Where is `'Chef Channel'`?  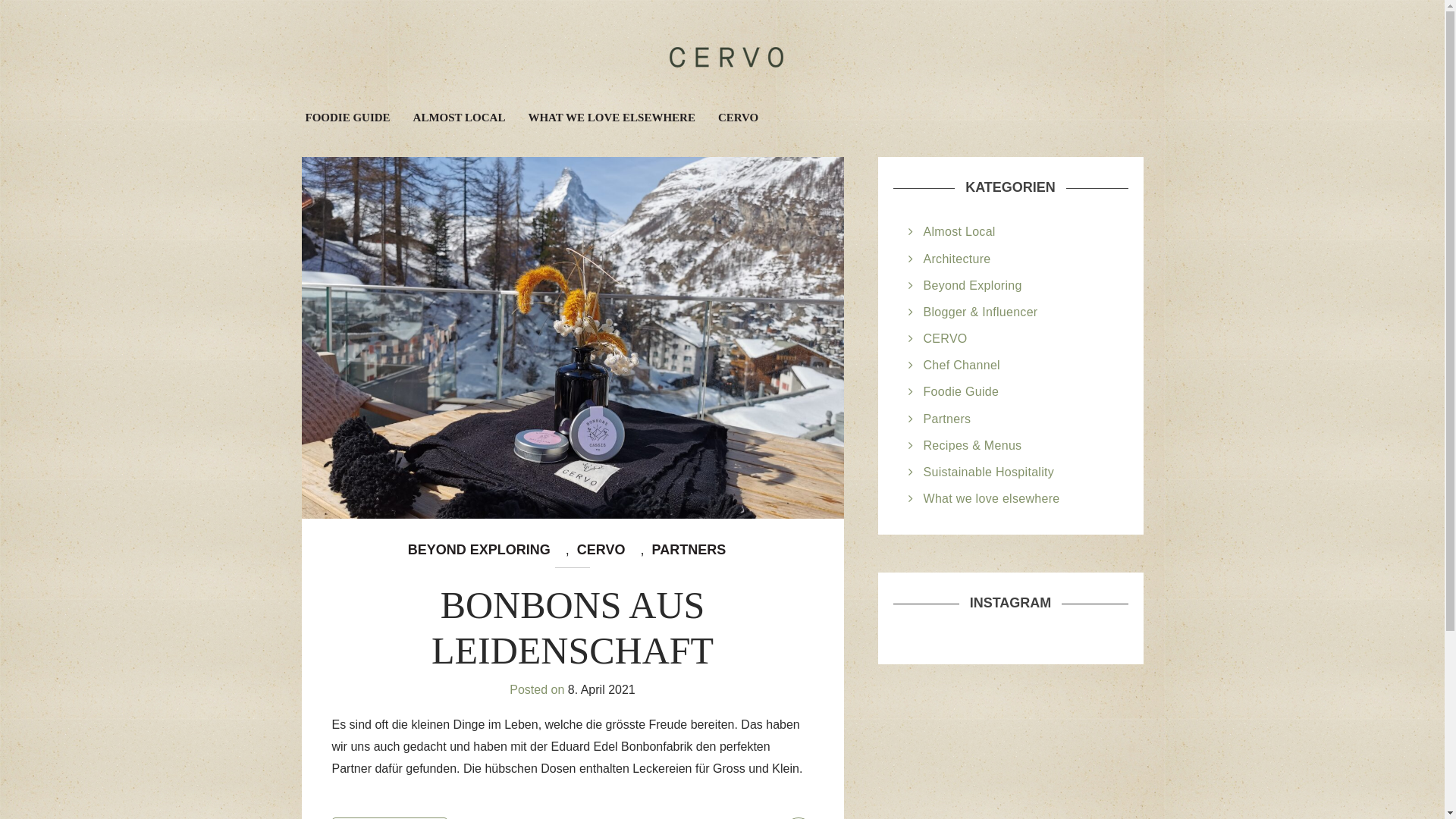
'Chef Channel' is located at coordinates (961, 365).